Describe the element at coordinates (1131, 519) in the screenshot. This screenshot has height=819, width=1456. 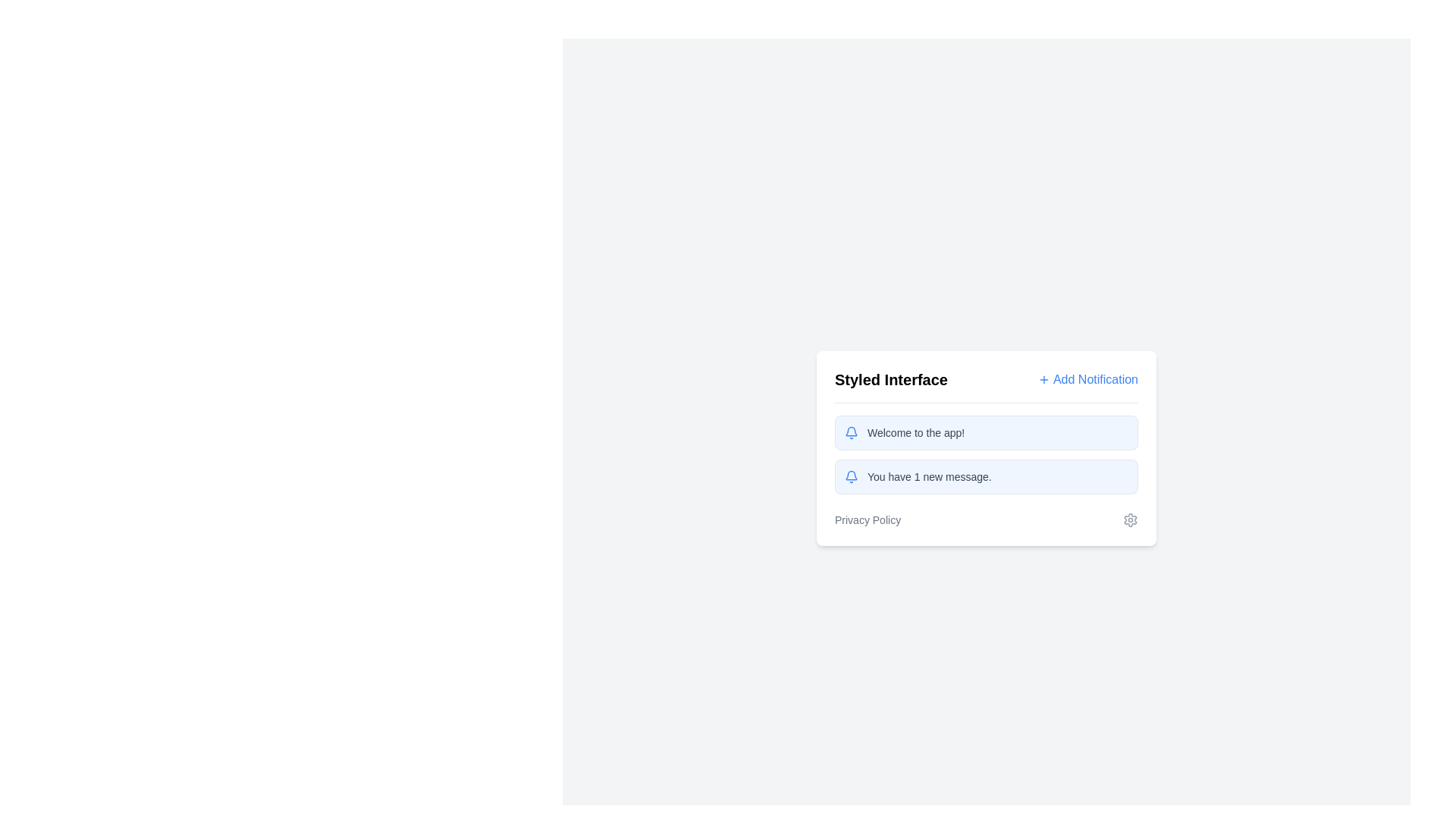
I see `the settings gear icon, which is a small SVG graphics icon located to the far right of the 'Privacy Policy' text in the lower-right corner of the card-style interface` at that location.